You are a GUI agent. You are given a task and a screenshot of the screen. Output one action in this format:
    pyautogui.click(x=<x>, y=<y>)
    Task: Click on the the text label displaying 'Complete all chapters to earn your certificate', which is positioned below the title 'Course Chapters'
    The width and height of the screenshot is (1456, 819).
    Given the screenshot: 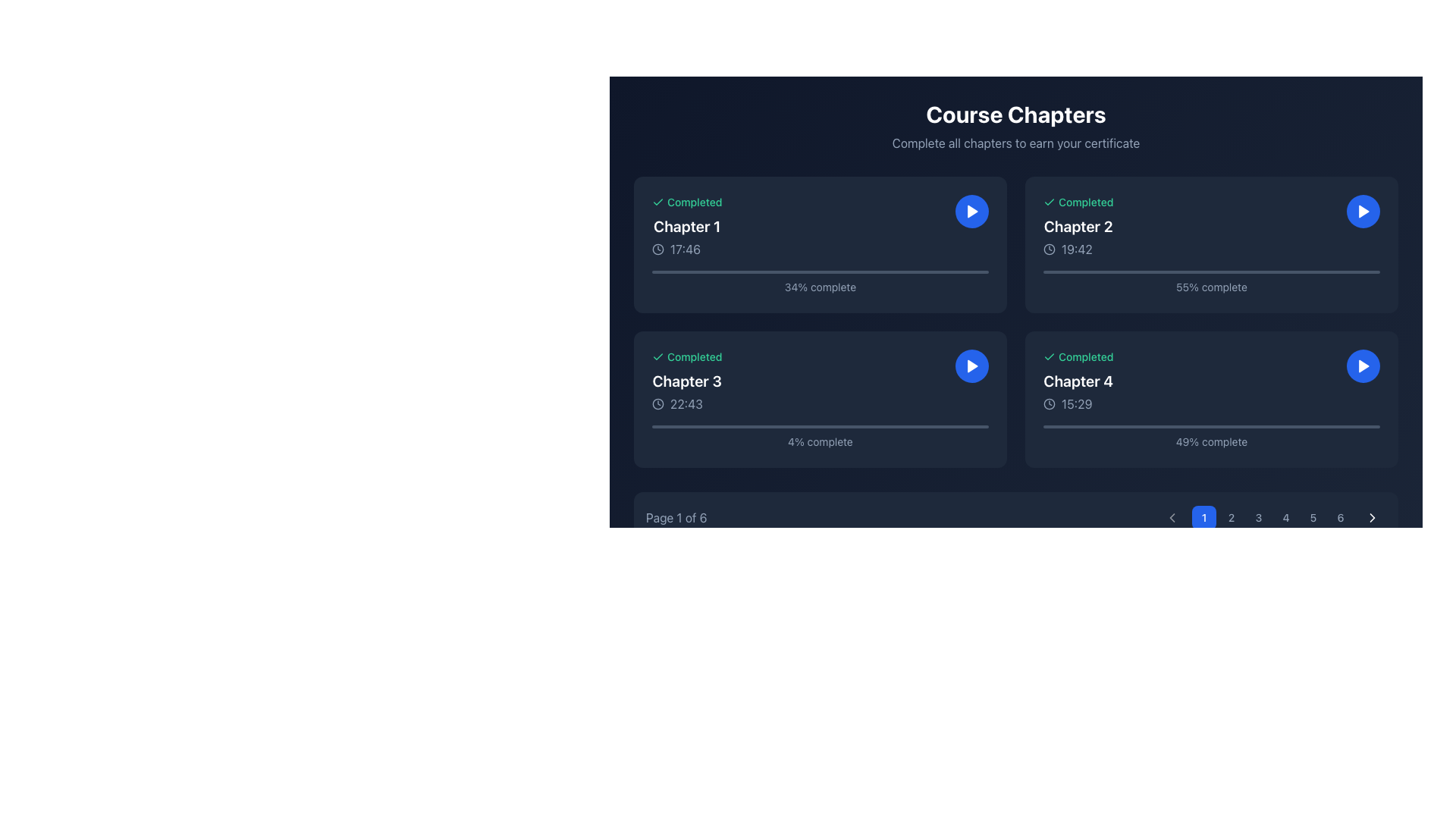 What is the action you would take?
    pyautogui.click(x=1015, y=143)
    